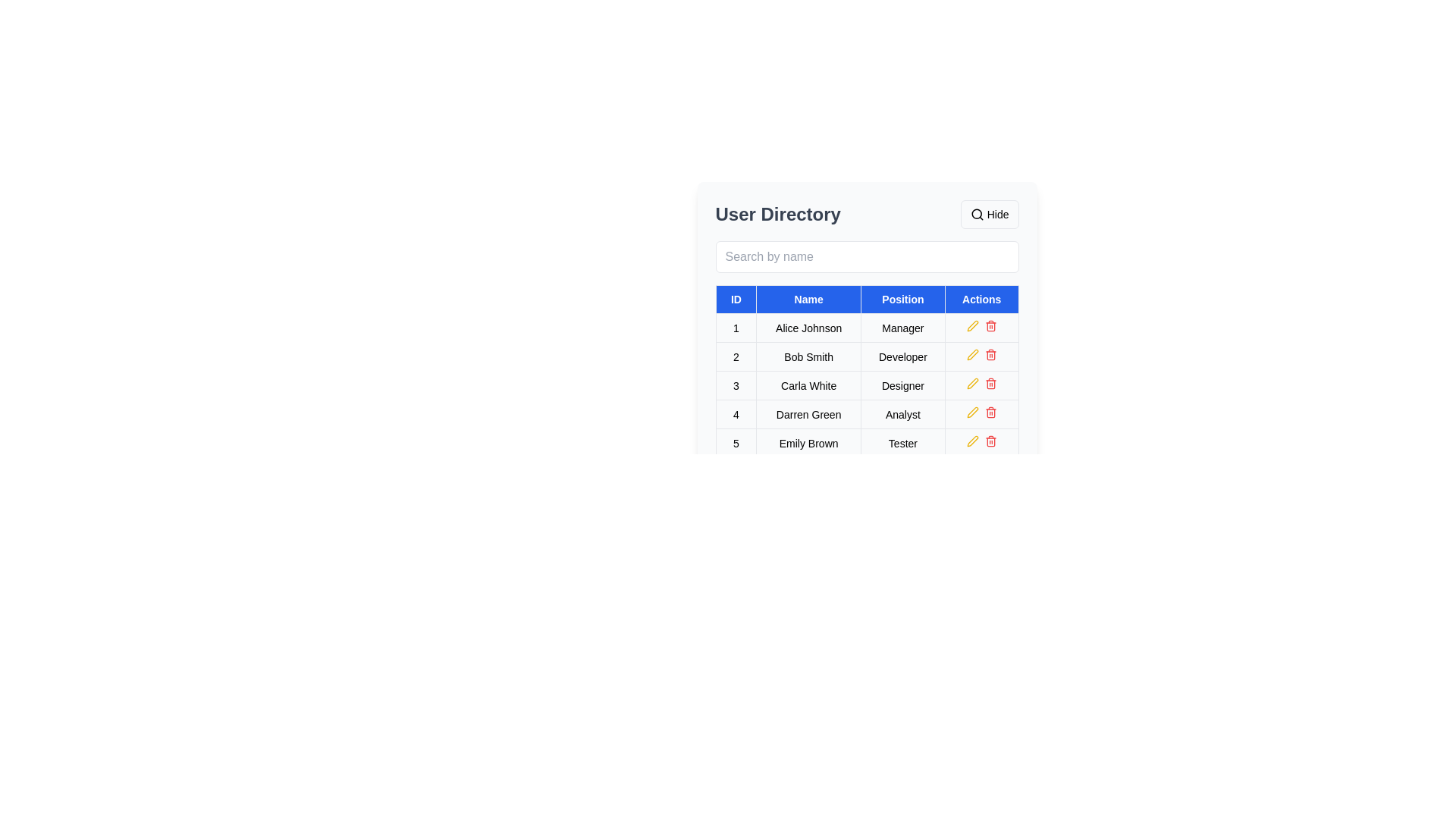  What do you see at coordinates (808, 384) in the screenshot?
I see `the text label displaying 'Carla White' in bold font style located in the 'Name' column of the third row in the user details table` at bounding box center [808, 384].